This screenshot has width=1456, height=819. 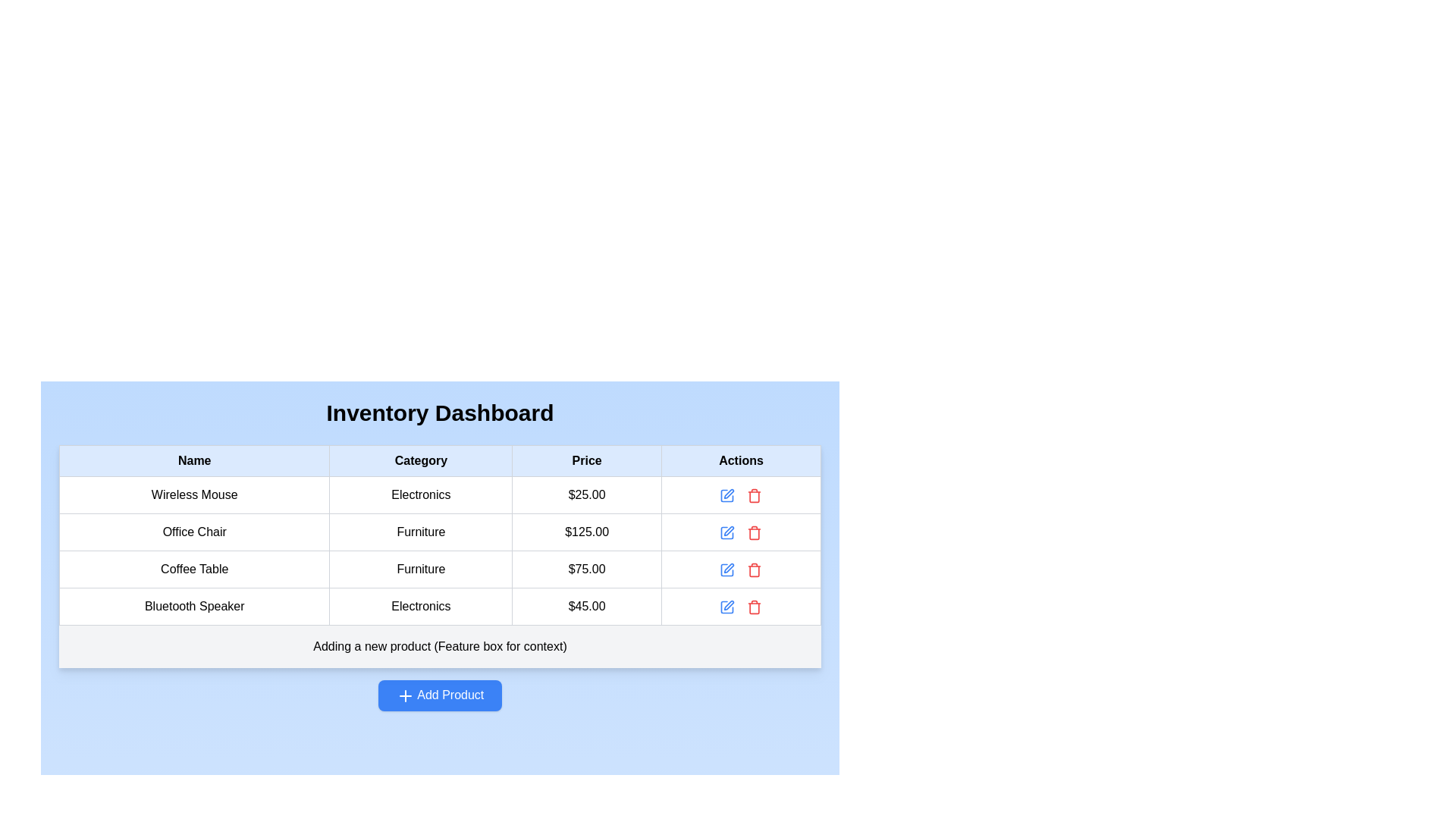 What do you see at coordinates (755, 607) in the screenshot?
I see `the red trash bin icon in the 'Actions' column` at bounding box center [755, 607].